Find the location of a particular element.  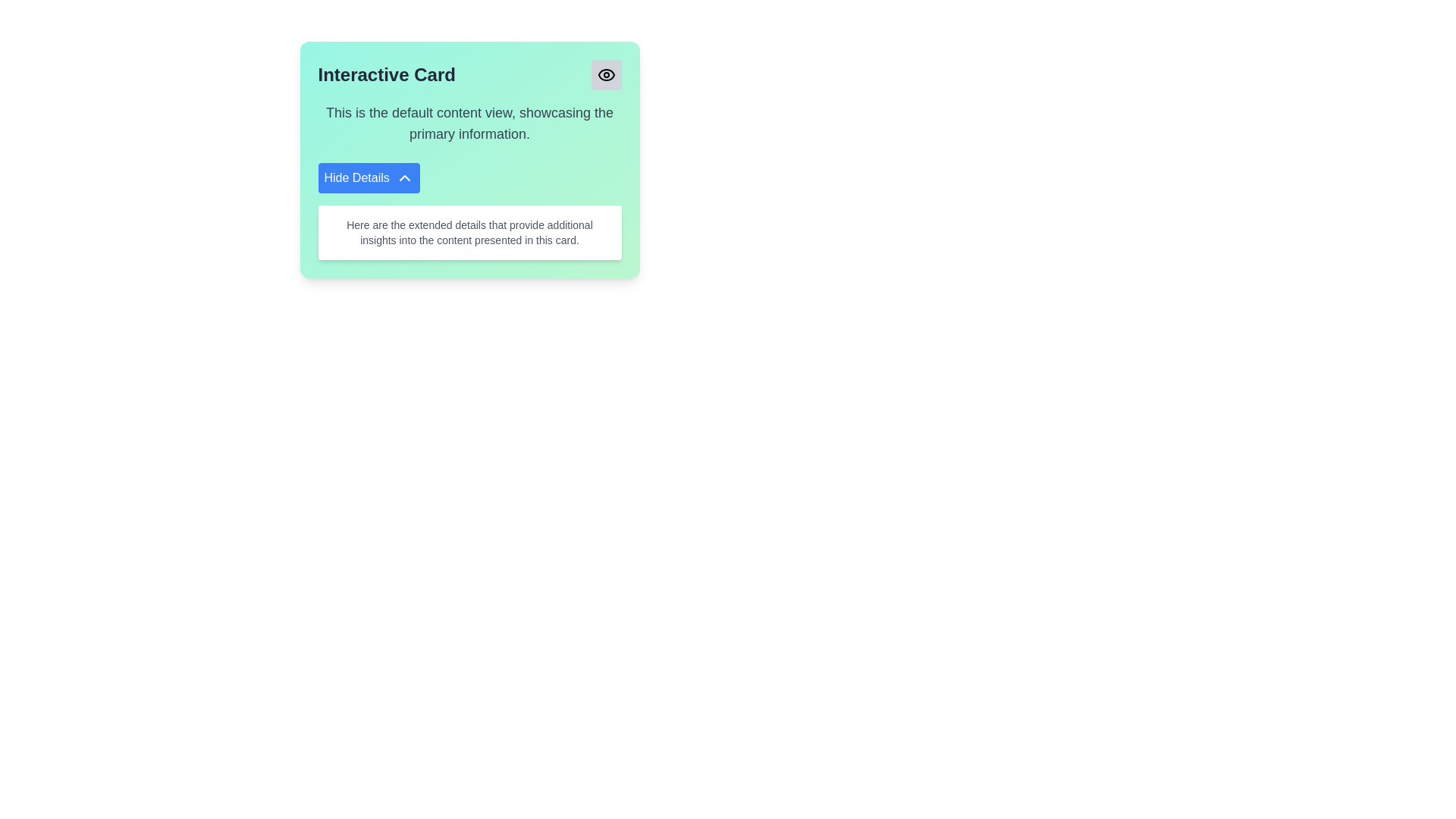

the rectangular button with a gray background and an eye icon, located in the upper-right corner of the 'Interactive Card' is located at coordinates (605, 75).